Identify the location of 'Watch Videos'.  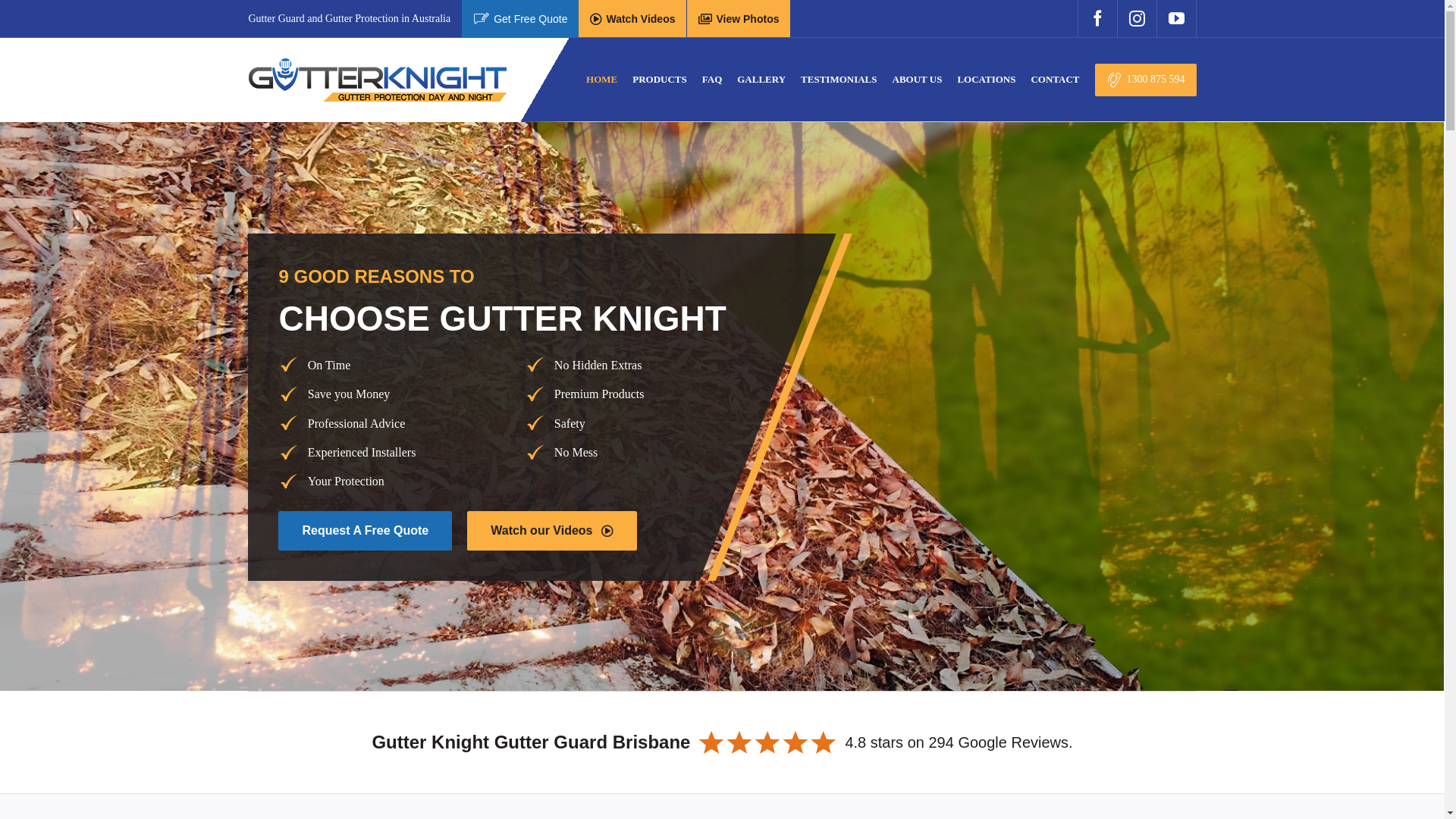
(632, 18).